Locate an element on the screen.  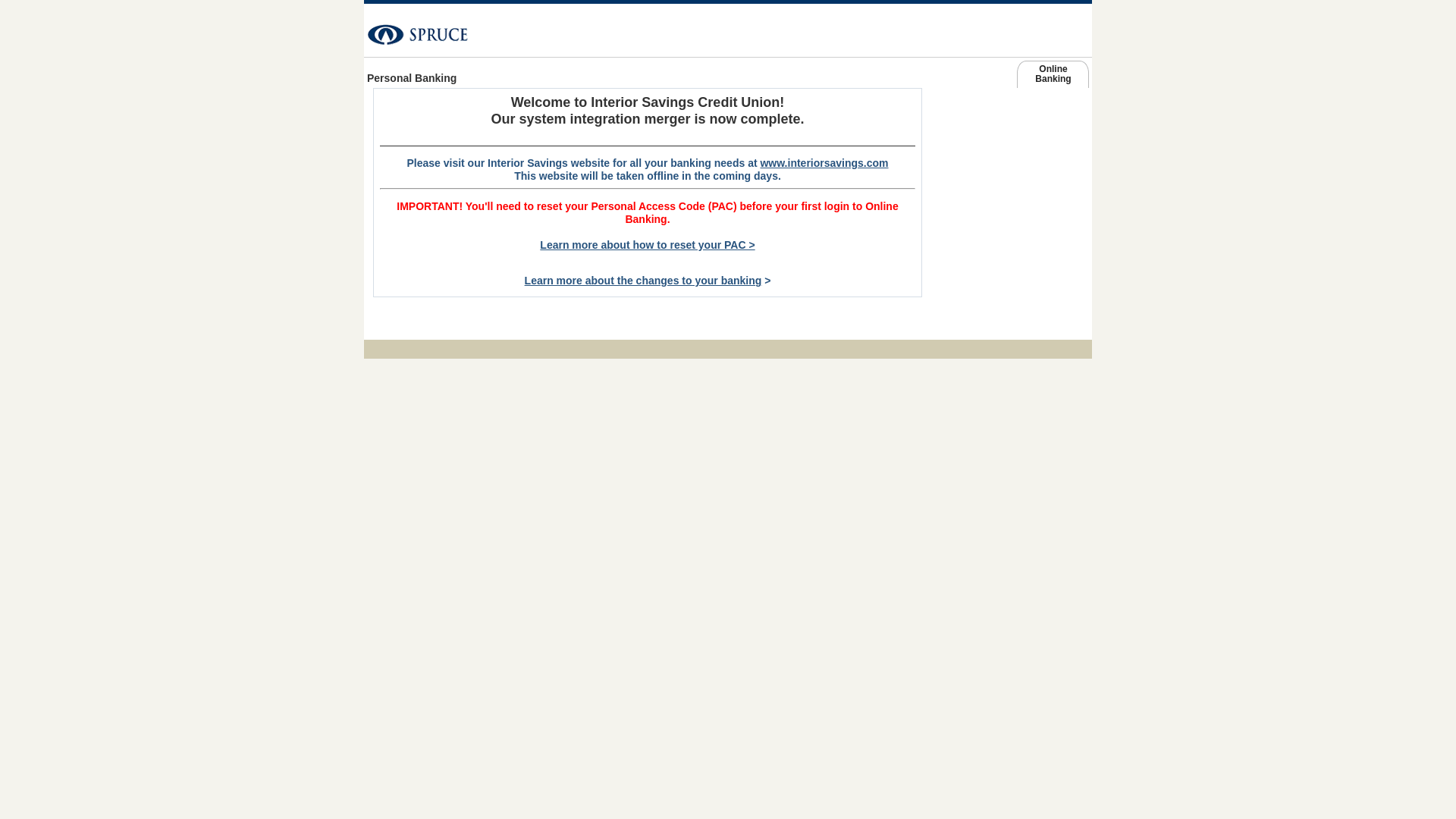
'Online Banking' is located at coordinates (1016, 77).